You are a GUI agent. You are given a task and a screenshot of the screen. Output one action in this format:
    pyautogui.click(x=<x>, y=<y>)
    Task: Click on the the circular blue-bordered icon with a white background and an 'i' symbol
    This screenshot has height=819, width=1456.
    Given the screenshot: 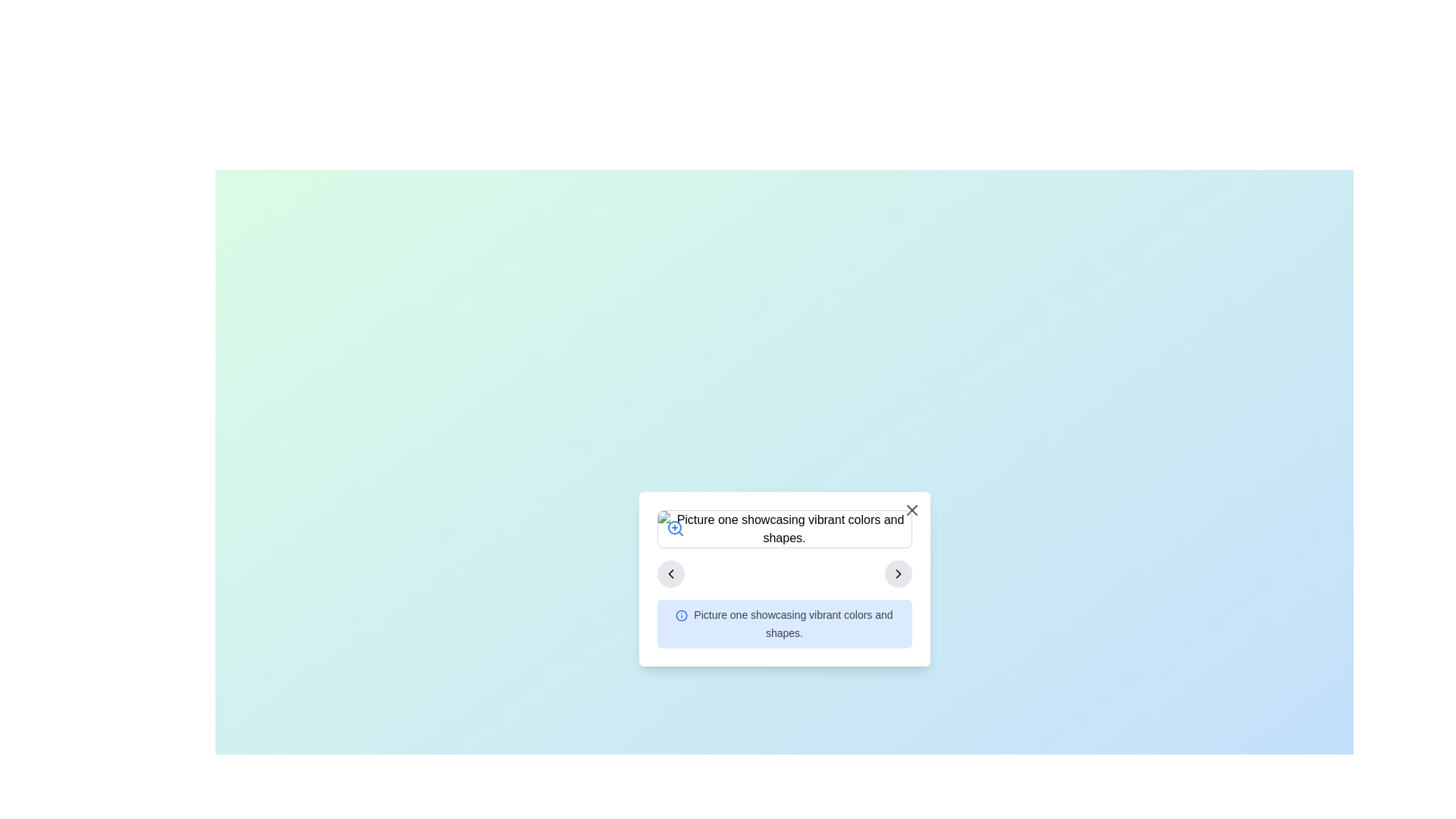 What is the action you would take?
    pyautogui.click(x=681, y=615)
    